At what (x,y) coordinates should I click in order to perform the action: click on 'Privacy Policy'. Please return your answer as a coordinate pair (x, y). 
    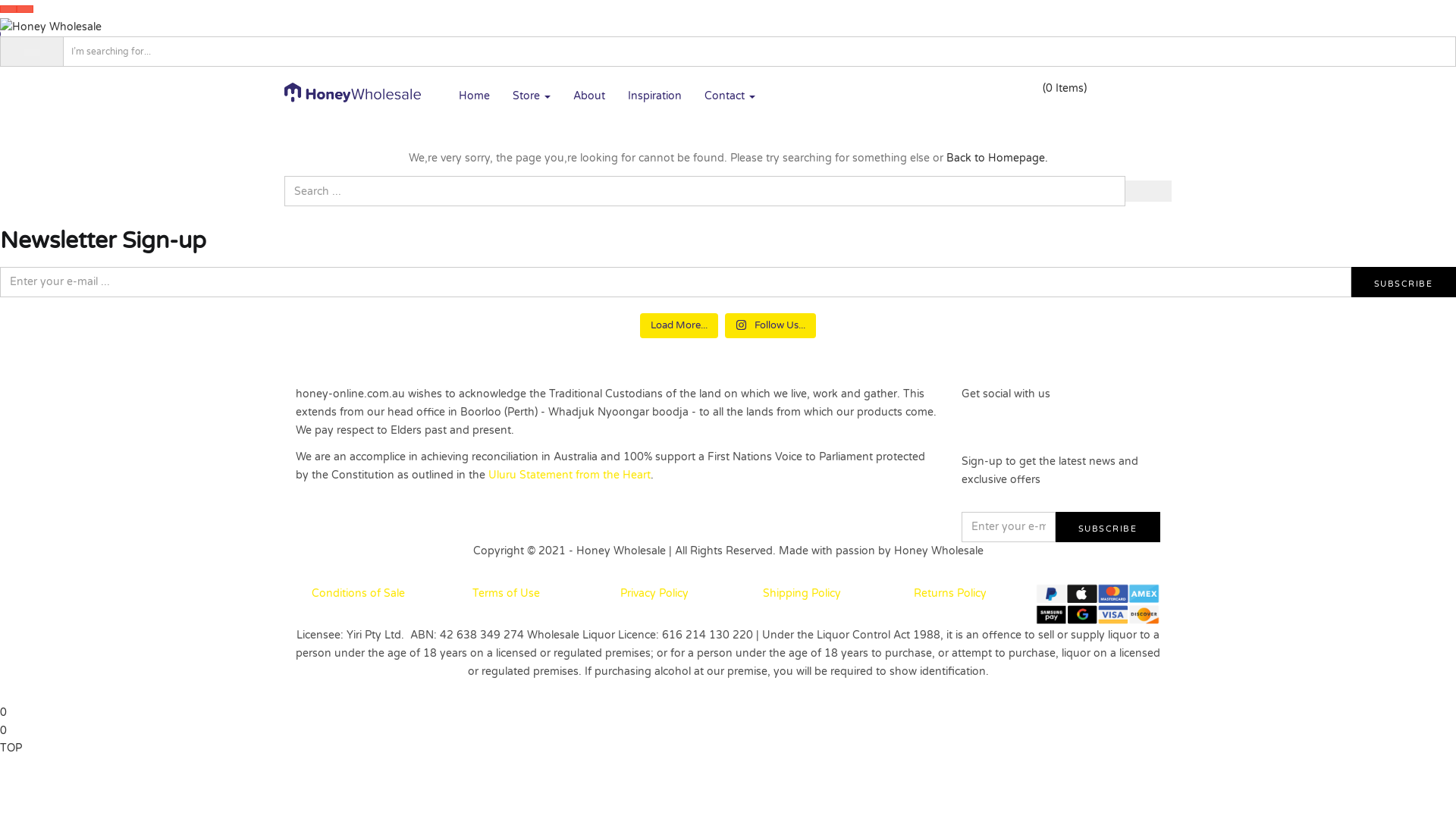
    Looking at the image, I should click on (654, 592).